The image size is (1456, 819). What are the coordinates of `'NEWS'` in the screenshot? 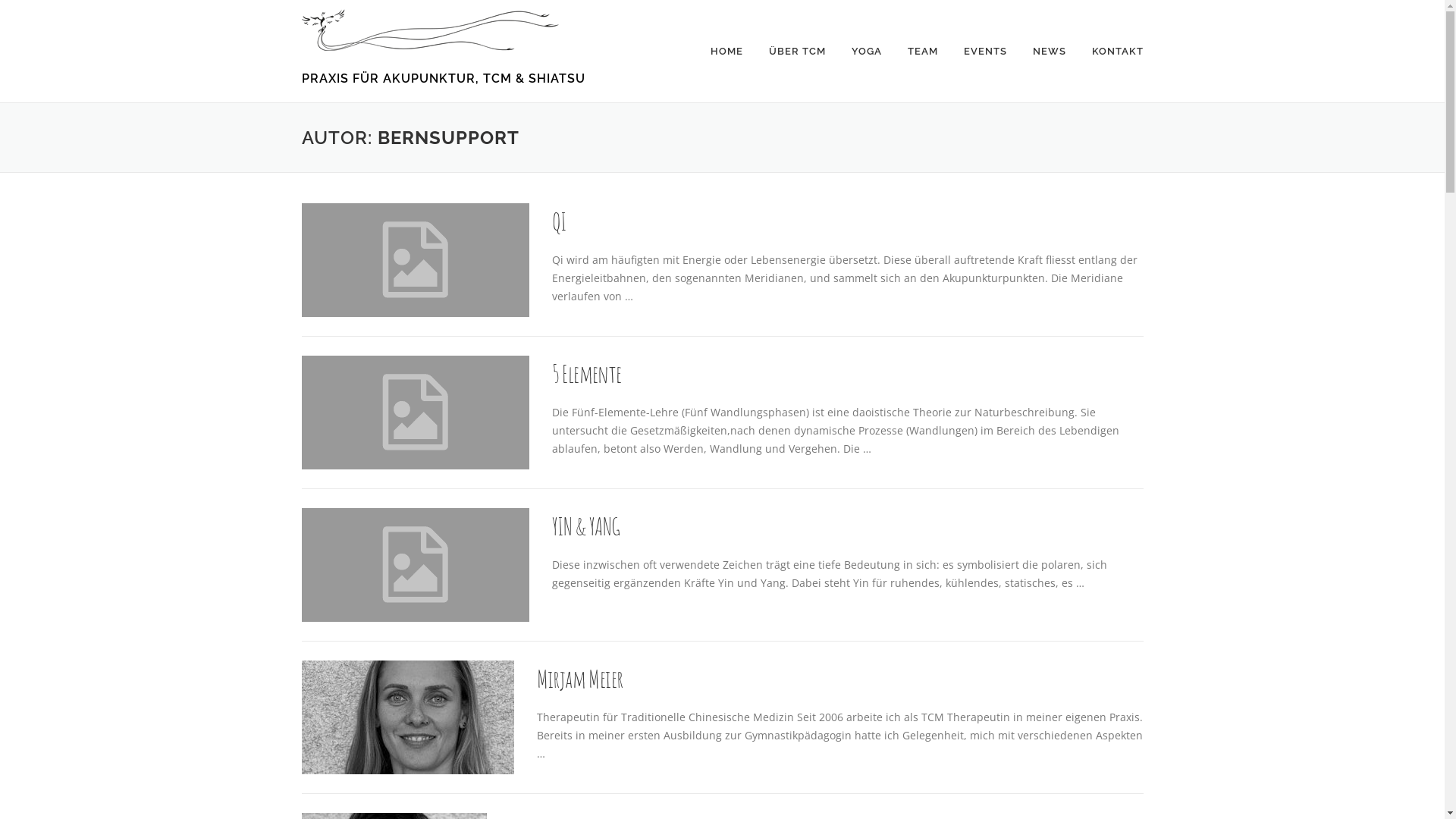 It's located at (1019, 50).